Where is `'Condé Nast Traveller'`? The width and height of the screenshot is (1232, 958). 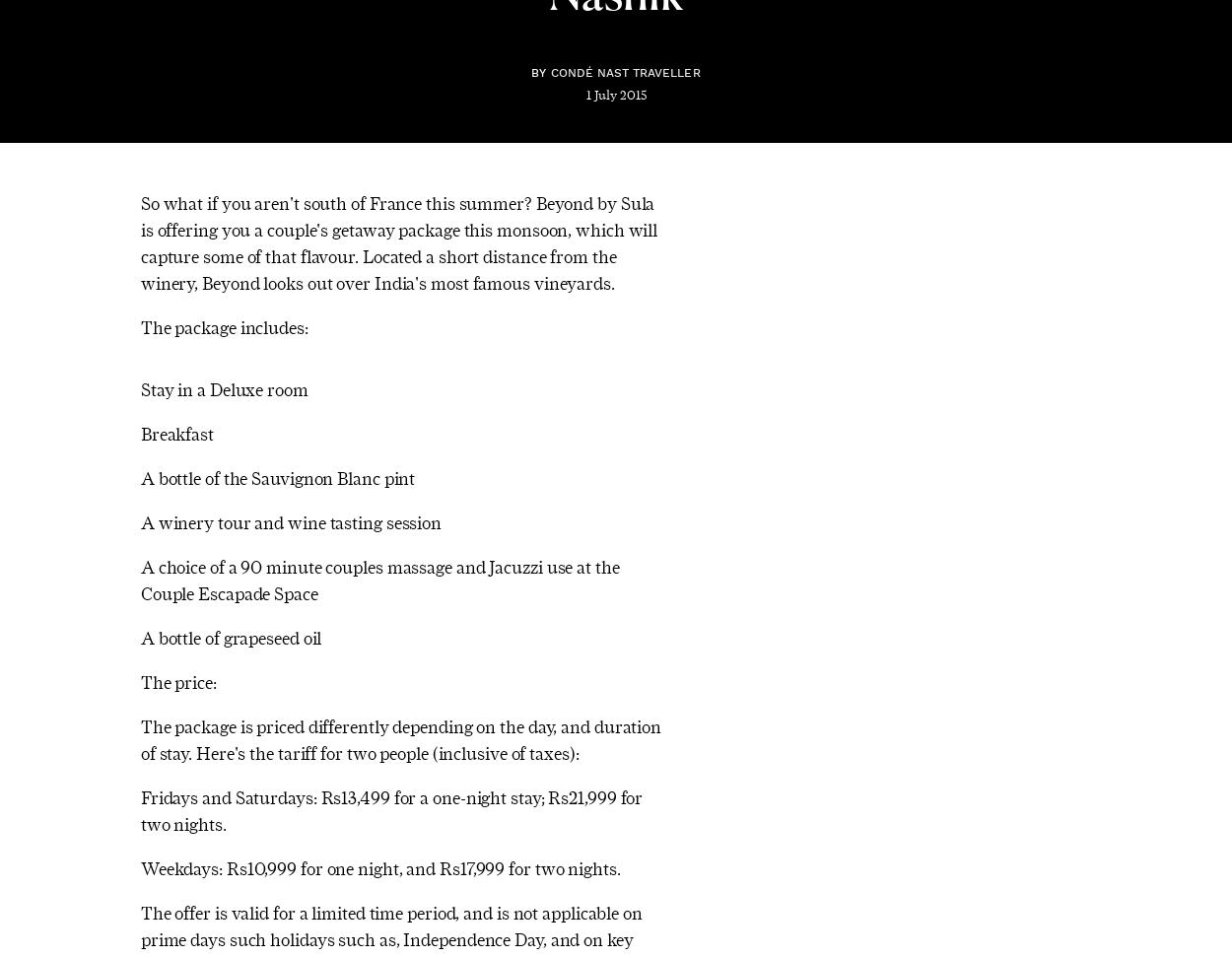
'Condé Nast Traveller' is located at coordinates (625, 70).